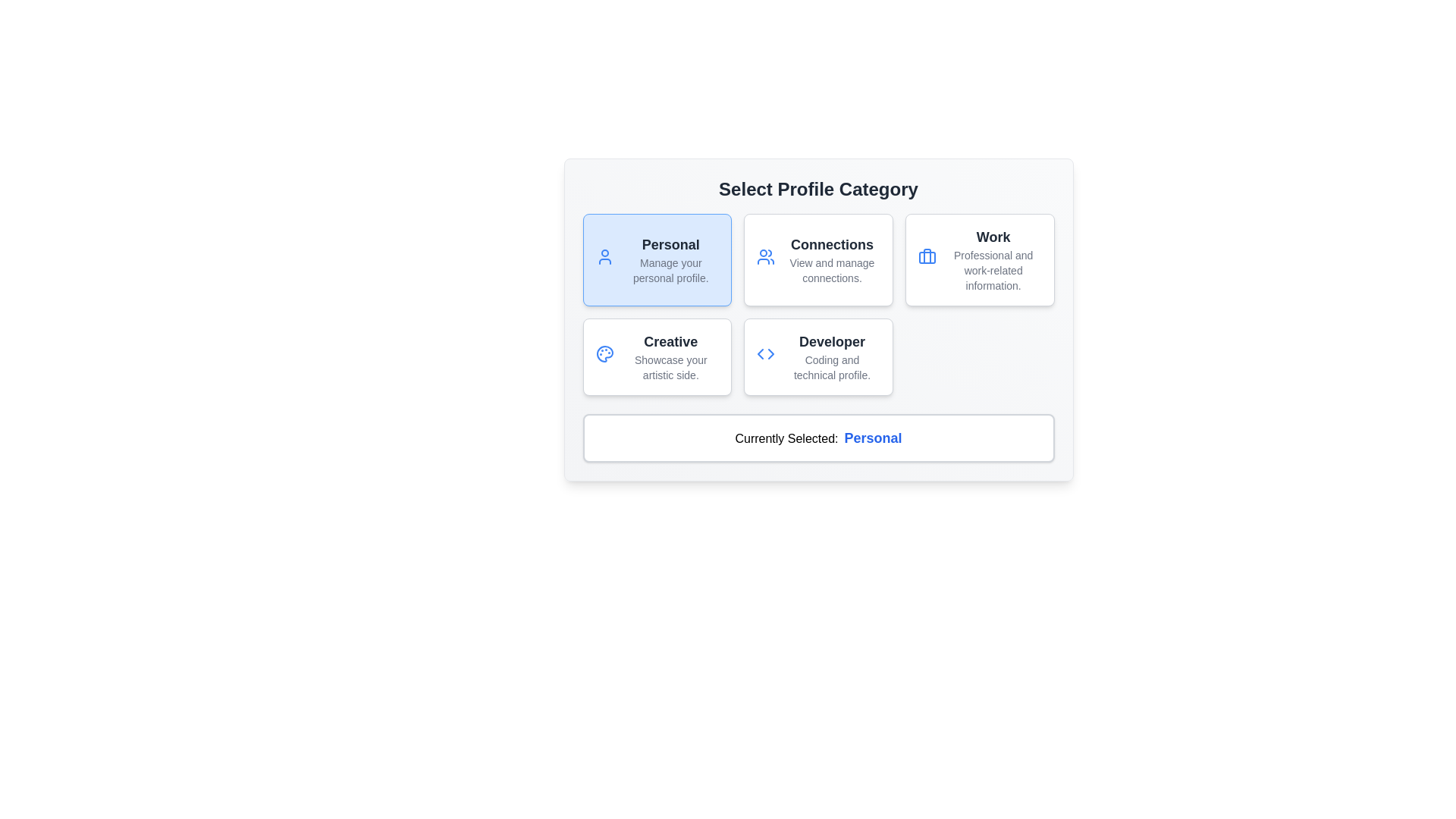 The image size is (1456, 819). I want to click on a category option within the grid layout under the heading 'Select Profile Category', so click(817, 304).